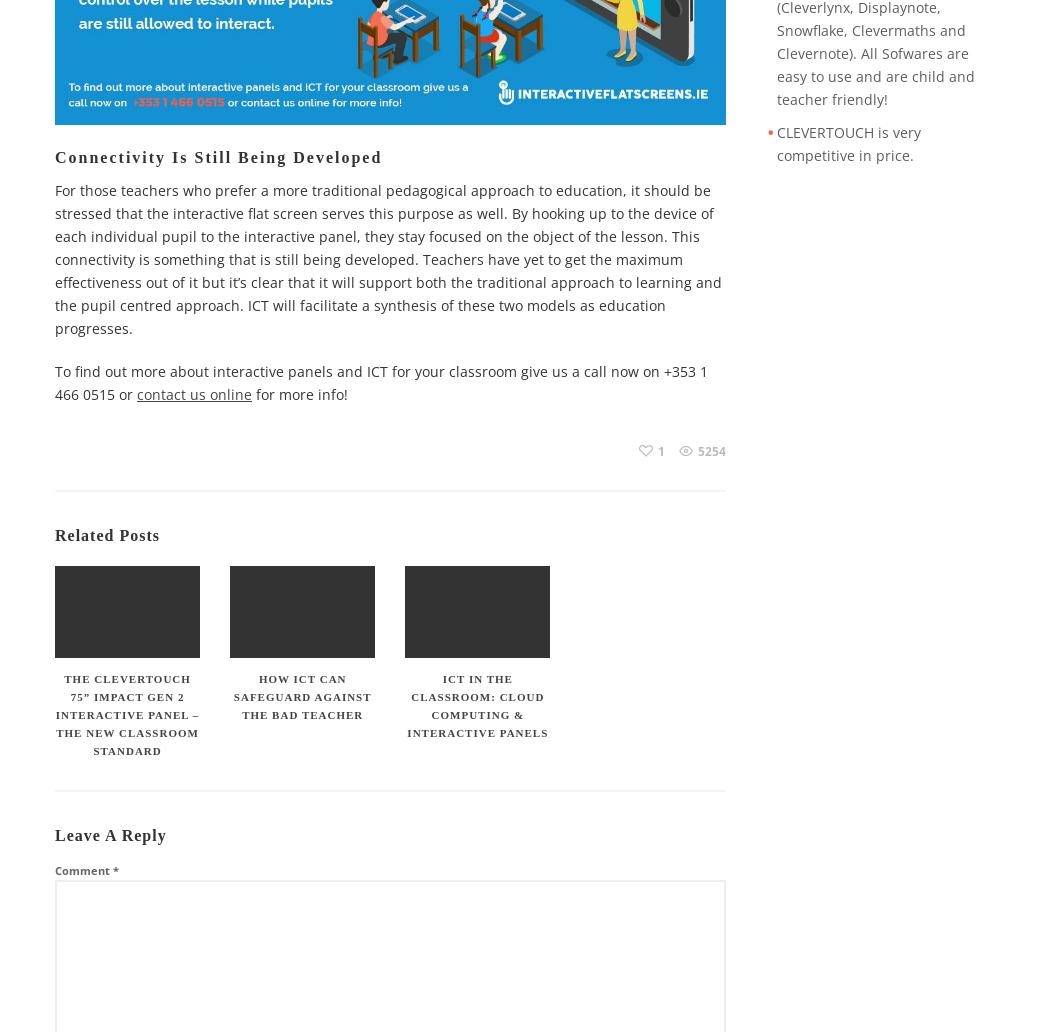 The width and height of the screenshot is (1050, 1032). I want to click on 'Leave a Reply', so click(110, 835).